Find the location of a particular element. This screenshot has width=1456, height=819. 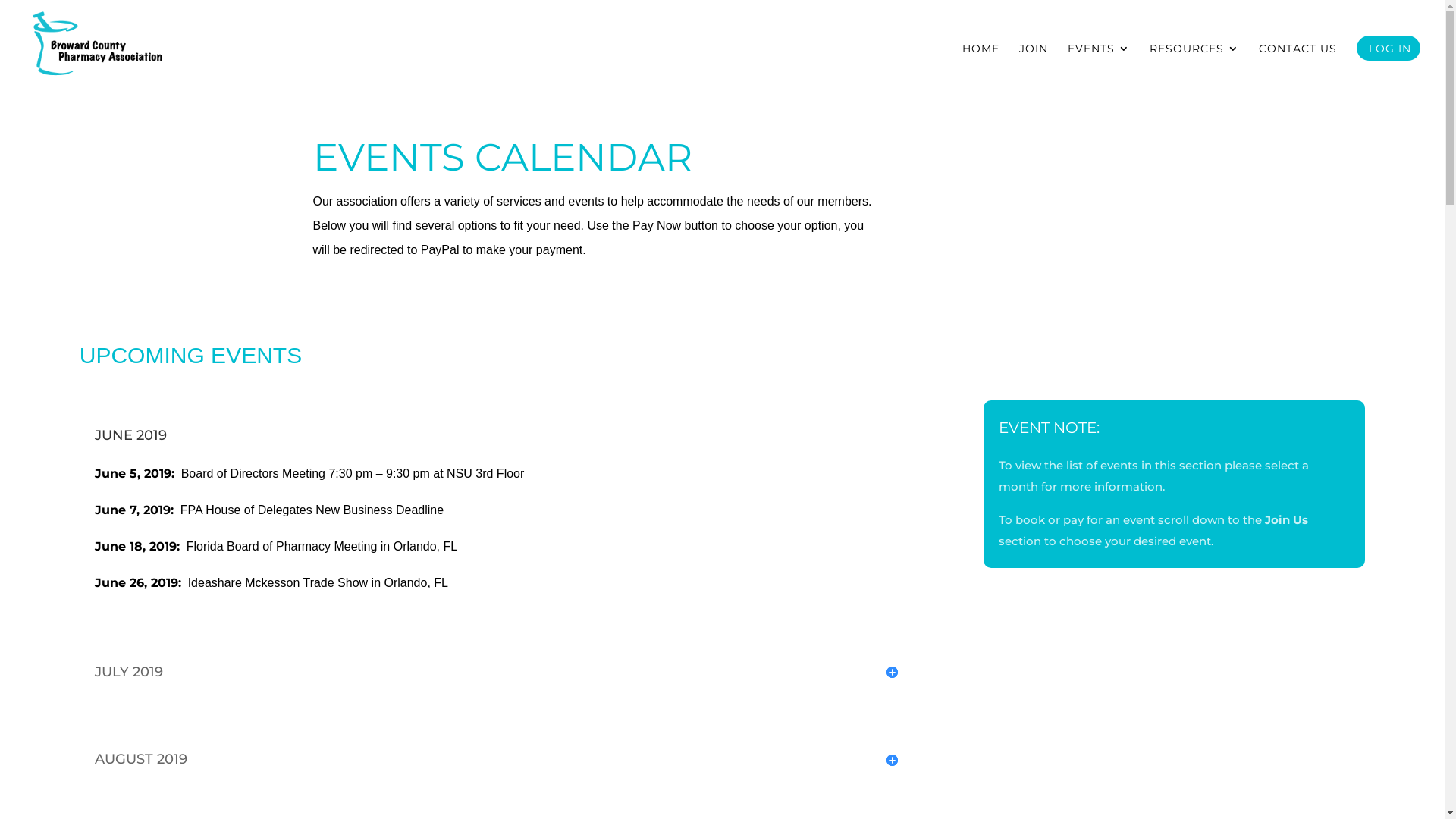

'EVENTS' is located at coordinates (1099, 65).